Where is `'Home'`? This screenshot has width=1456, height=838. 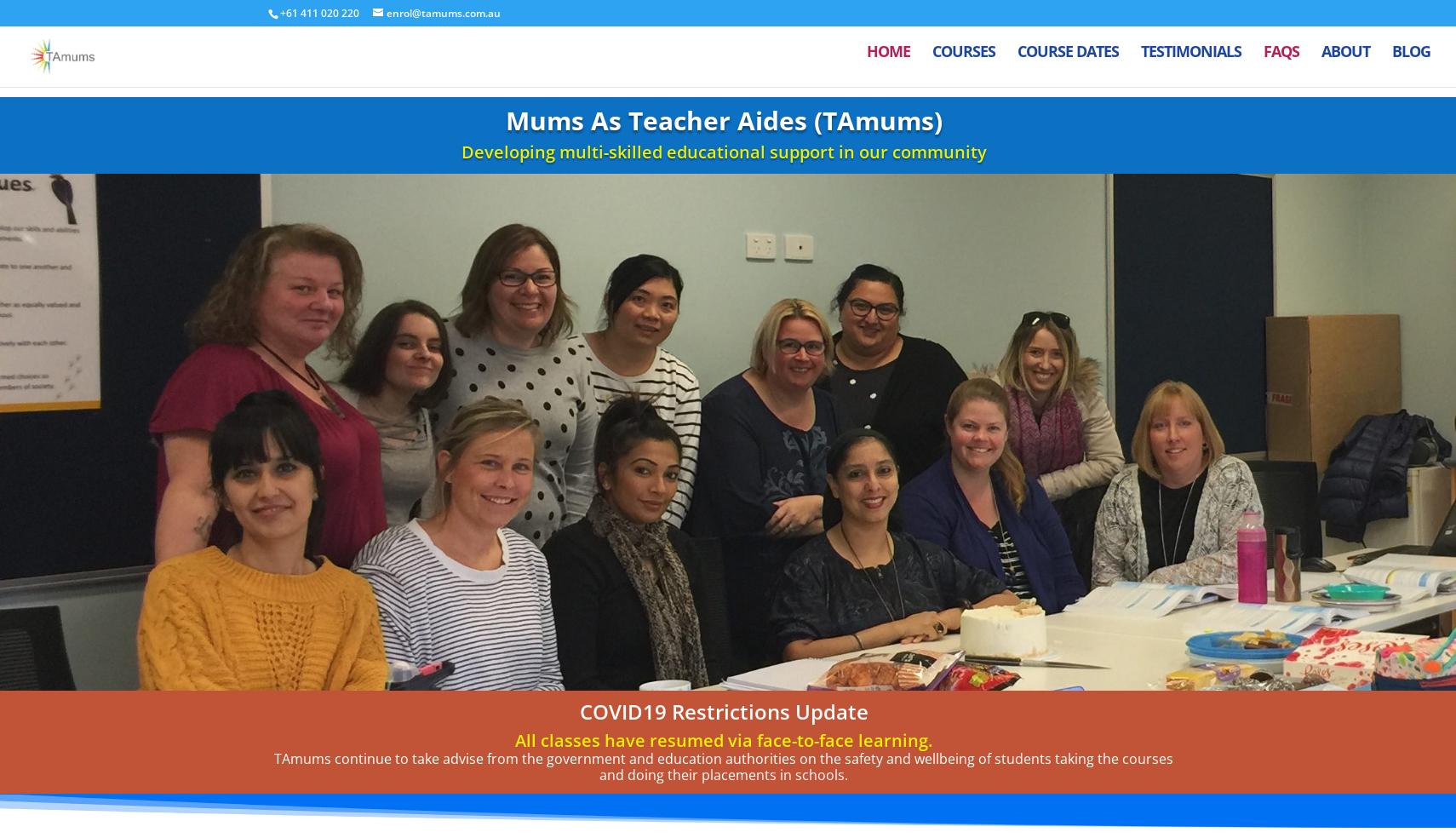 'Home' is located at coordinates (887, 61).